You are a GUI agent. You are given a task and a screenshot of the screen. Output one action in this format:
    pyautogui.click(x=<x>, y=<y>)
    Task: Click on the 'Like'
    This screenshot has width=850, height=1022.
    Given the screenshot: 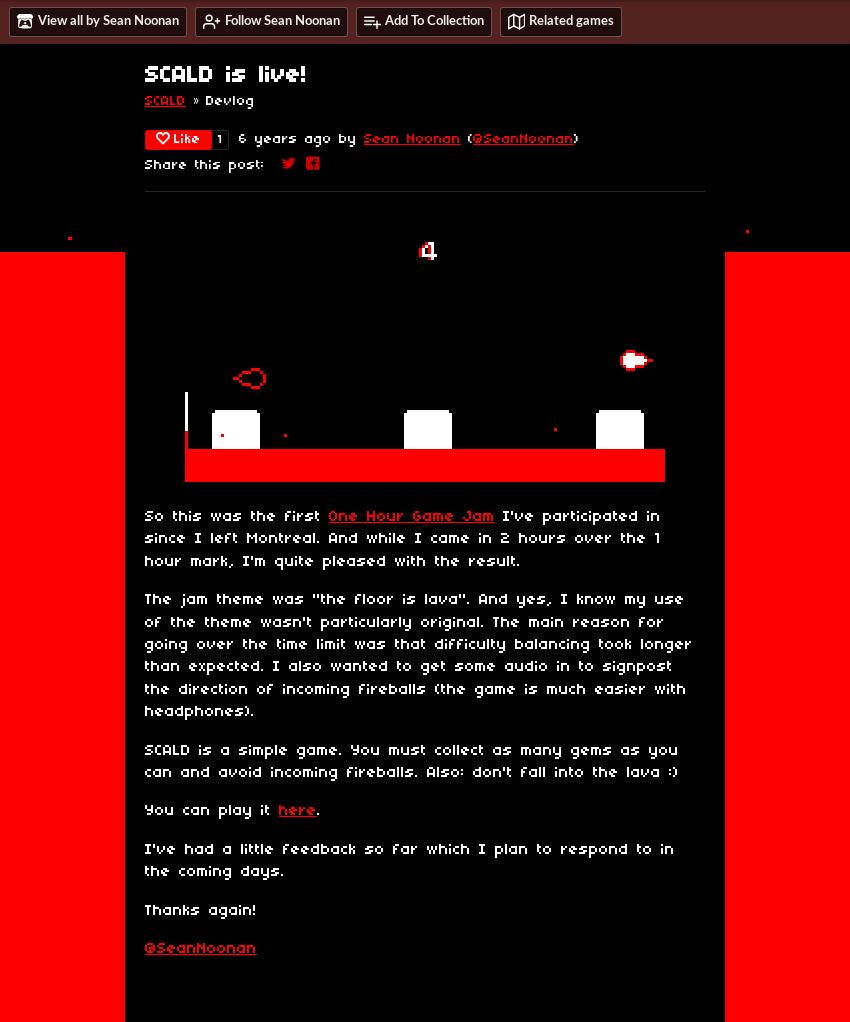 What is the action you would take?
    pyautogui.click(x=172, y=139)
    